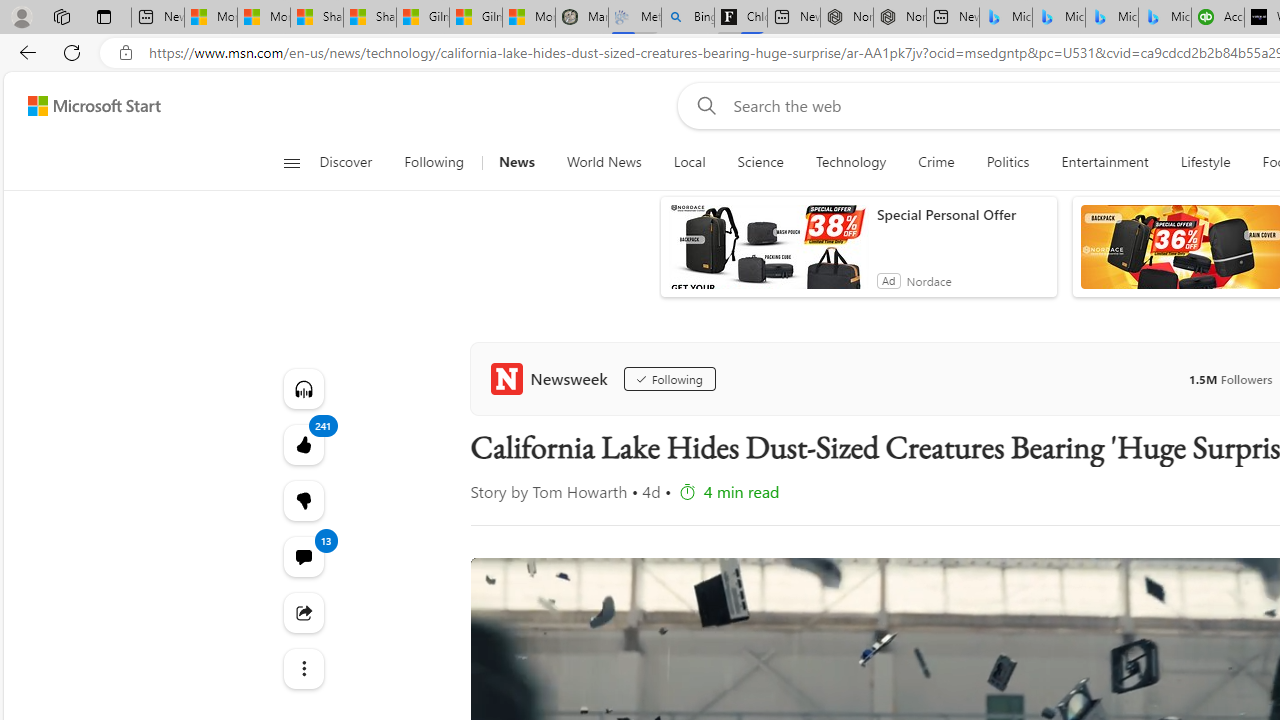 The image size is (1280, 720). What do you see at coordinates (603, 162) in the screenshot?
I see `'World News'` at bounding box center [603, 162].